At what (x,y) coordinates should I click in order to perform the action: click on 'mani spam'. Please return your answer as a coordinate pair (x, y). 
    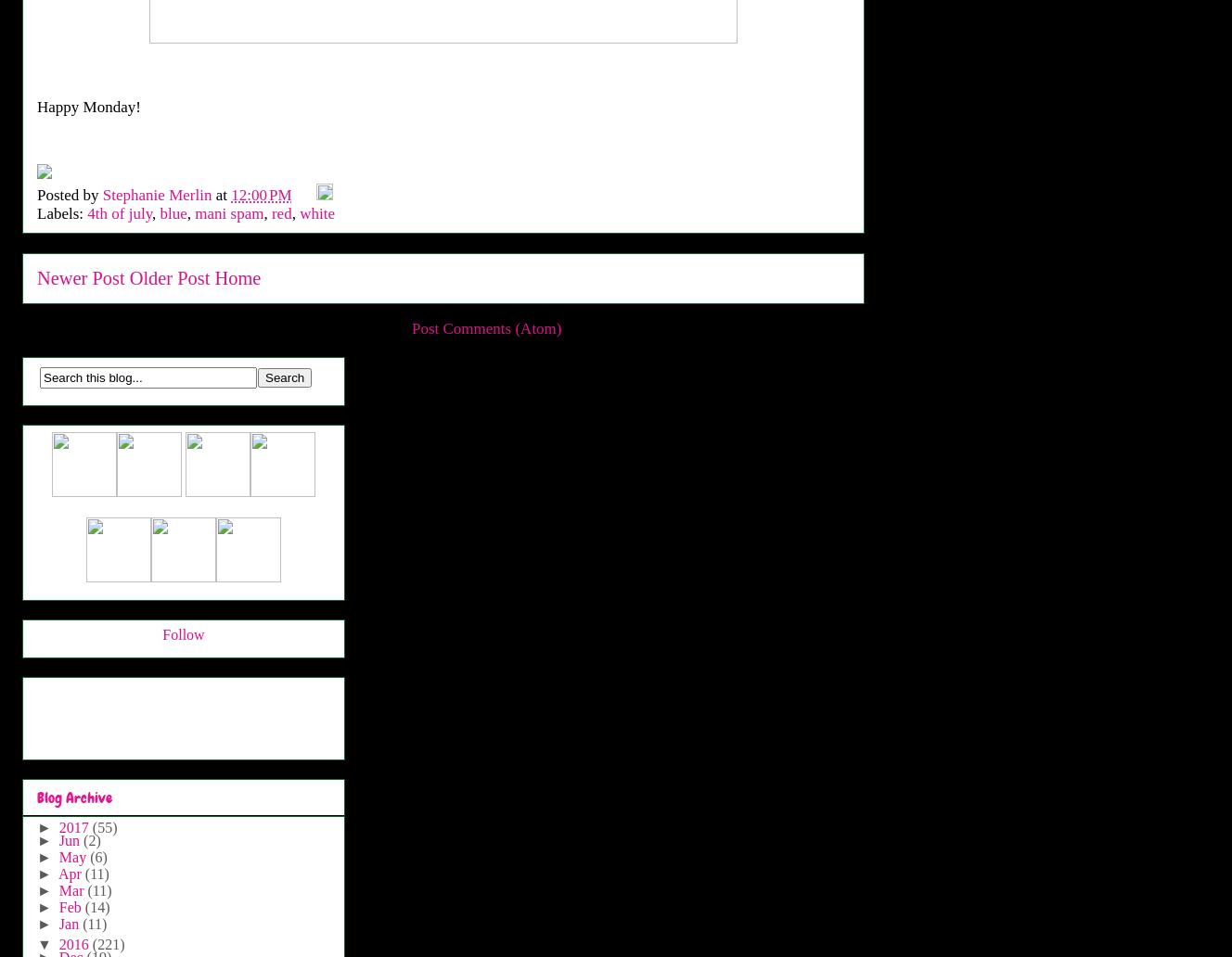
    Looking at the image, I should click on (228, 212).